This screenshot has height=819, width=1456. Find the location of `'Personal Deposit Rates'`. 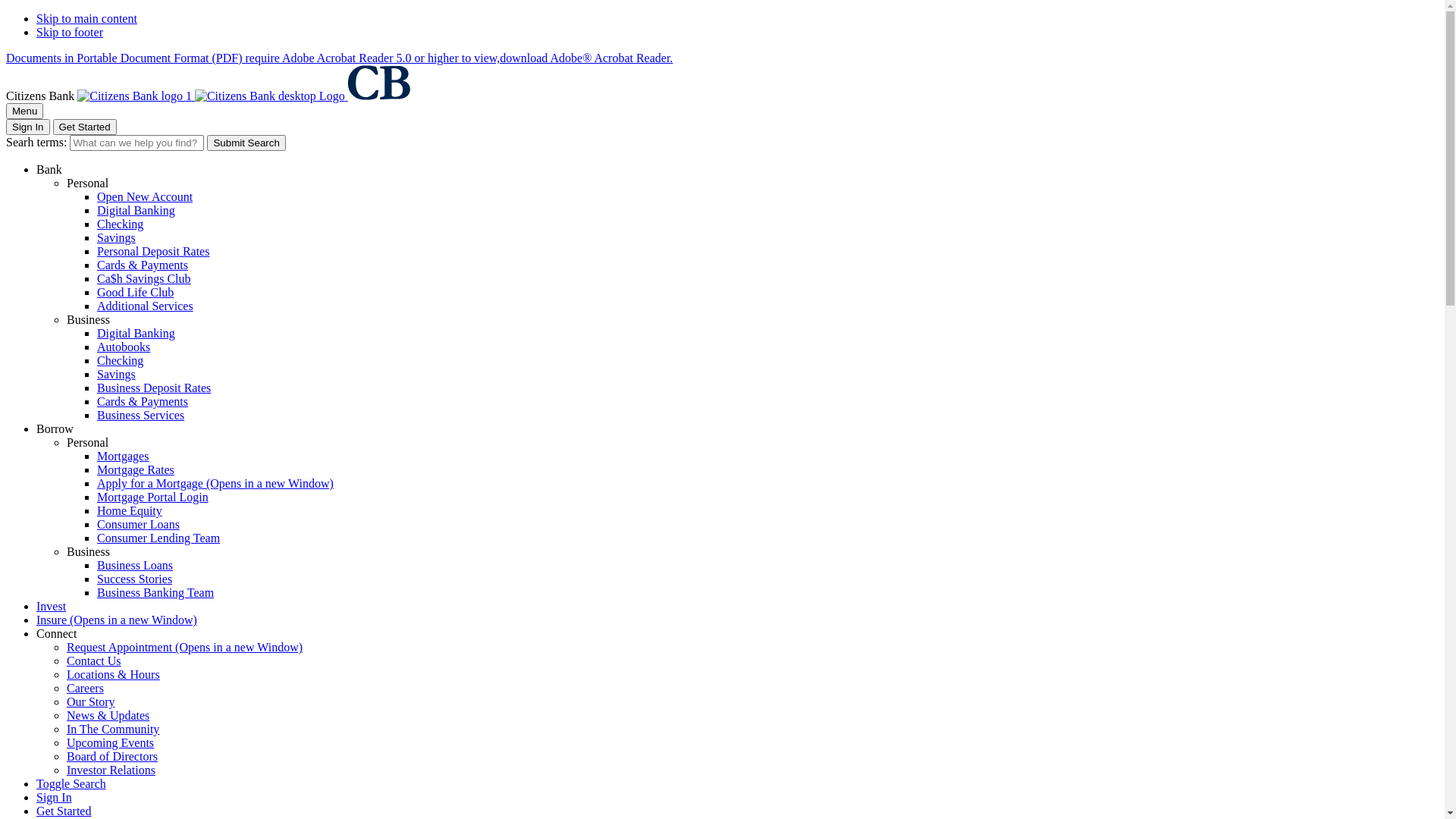

'Personal Deposit Rates' is located at coordinates (96, 250).